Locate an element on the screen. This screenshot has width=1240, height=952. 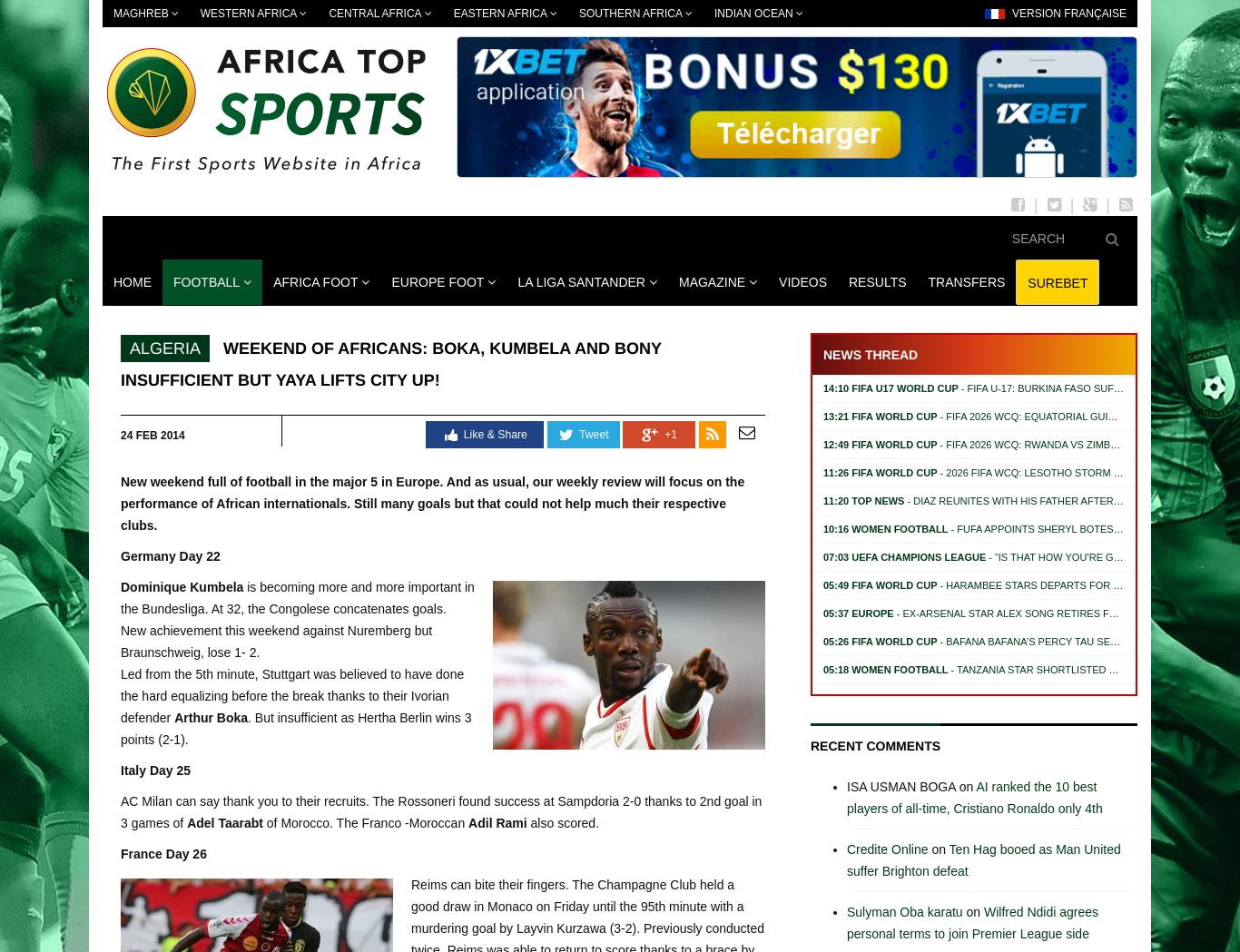
'Ten Hag booed as Man United suffer Brighton defeat' is located at coordinates (846, 859).